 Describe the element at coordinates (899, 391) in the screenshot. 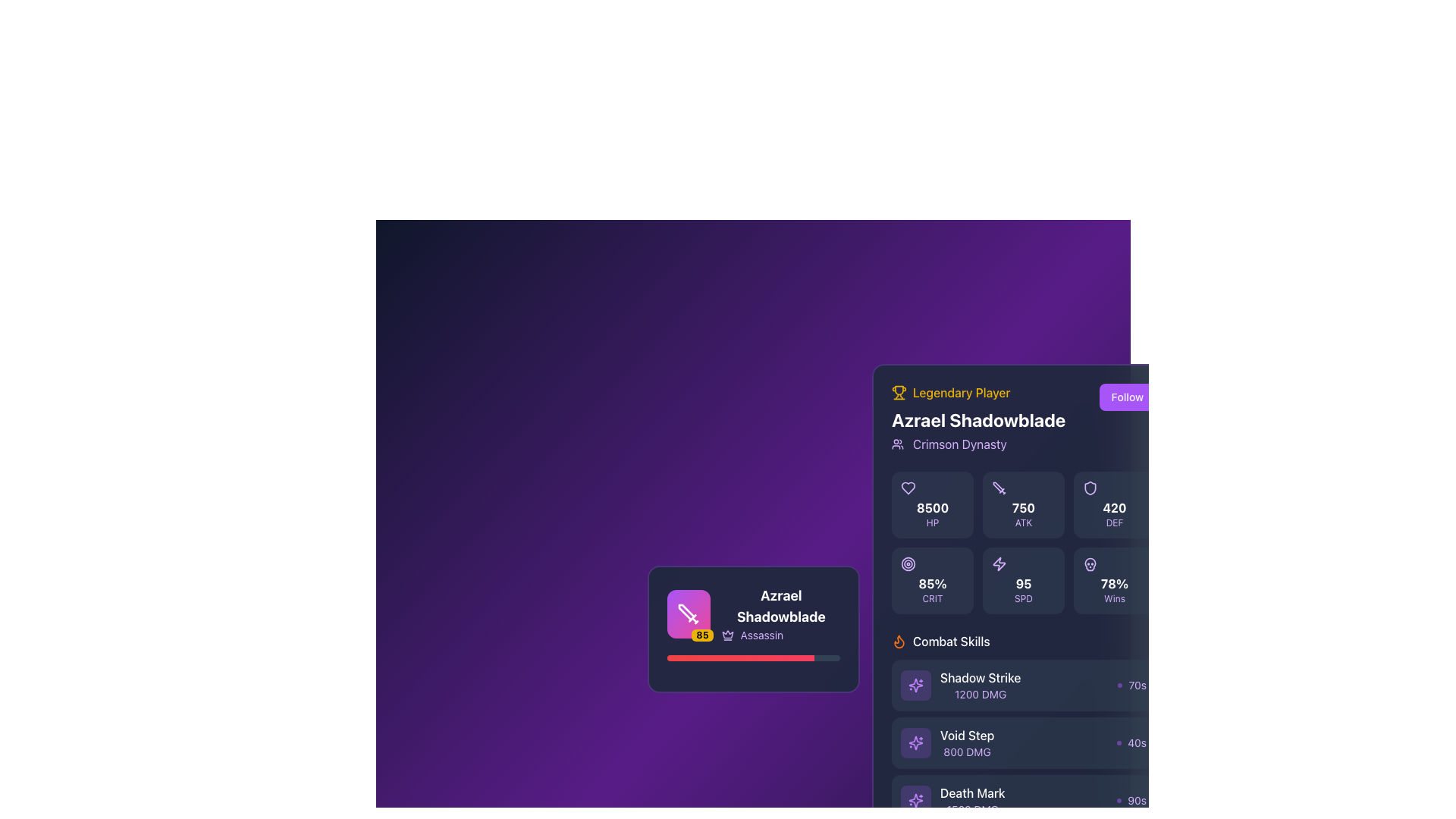

I see `the 'Legendary Player' icon located at the top-left corner of the section, which visually emphasizes the achievement of being a 'Legendary Player.'` at that location.